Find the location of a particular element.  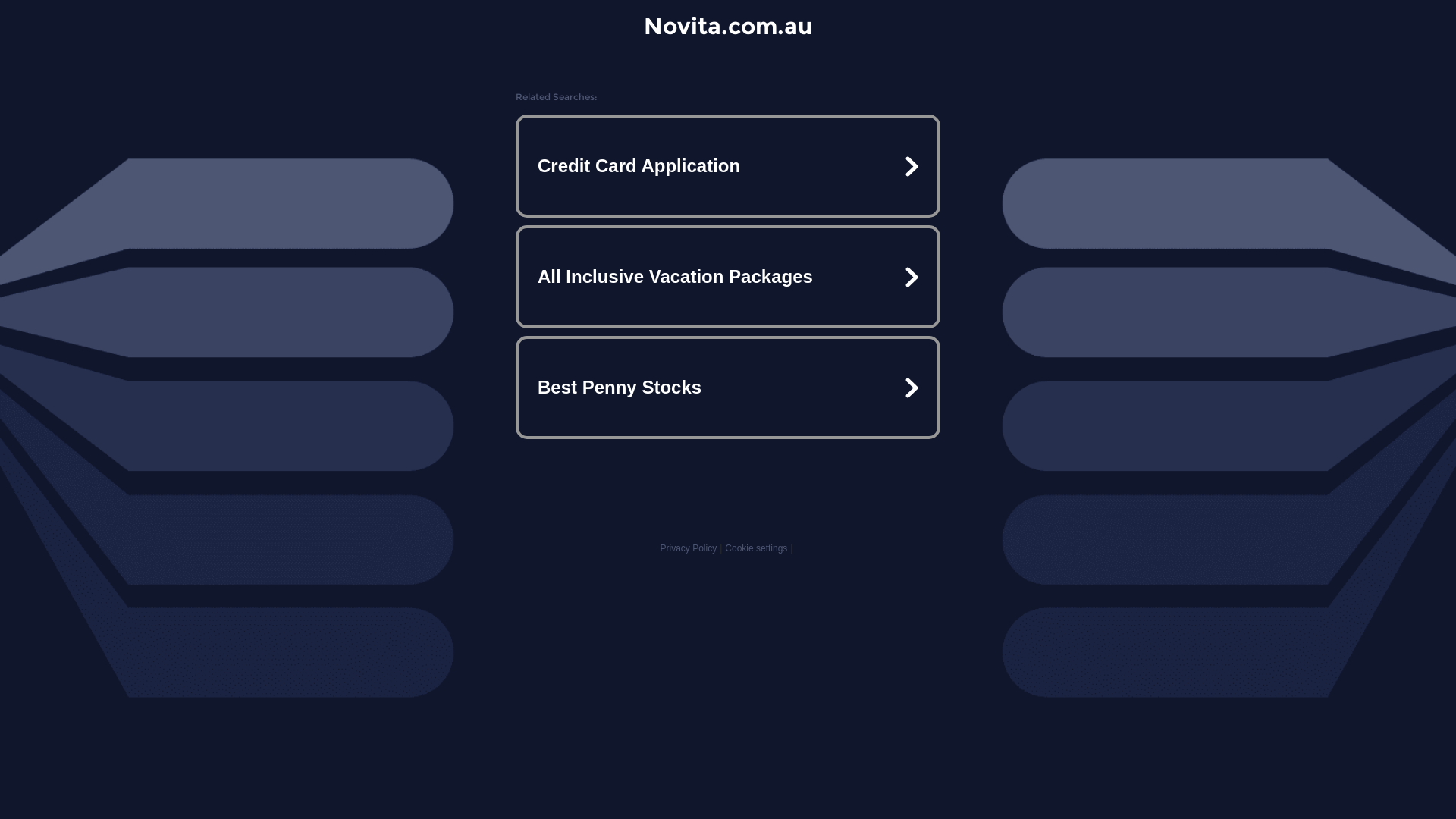

'Novita.com.au' is located at coordinates (644, 26).